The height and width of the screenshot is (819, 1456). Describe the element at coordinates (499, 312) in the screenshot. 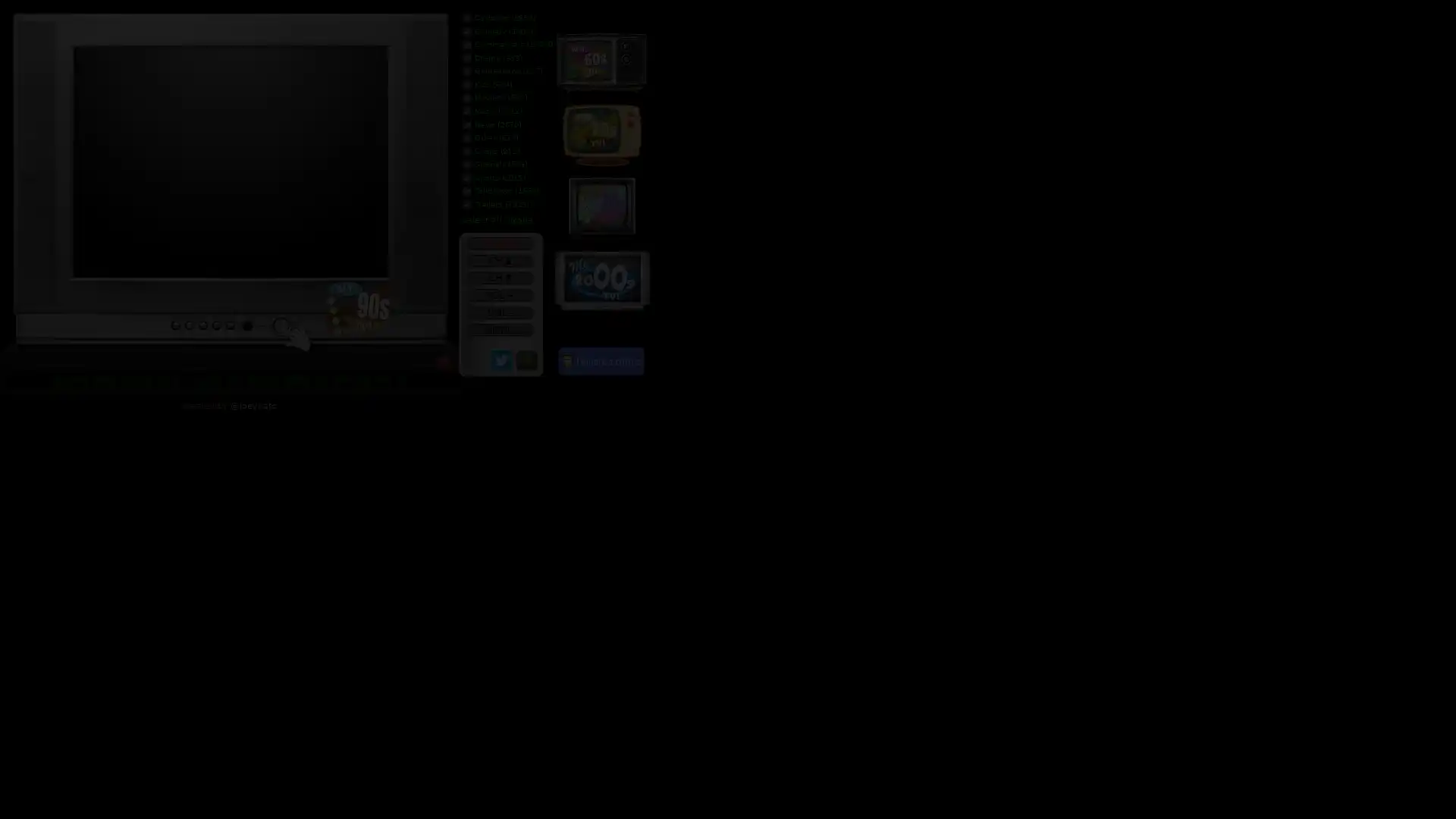

I see `VOL -` at that location.